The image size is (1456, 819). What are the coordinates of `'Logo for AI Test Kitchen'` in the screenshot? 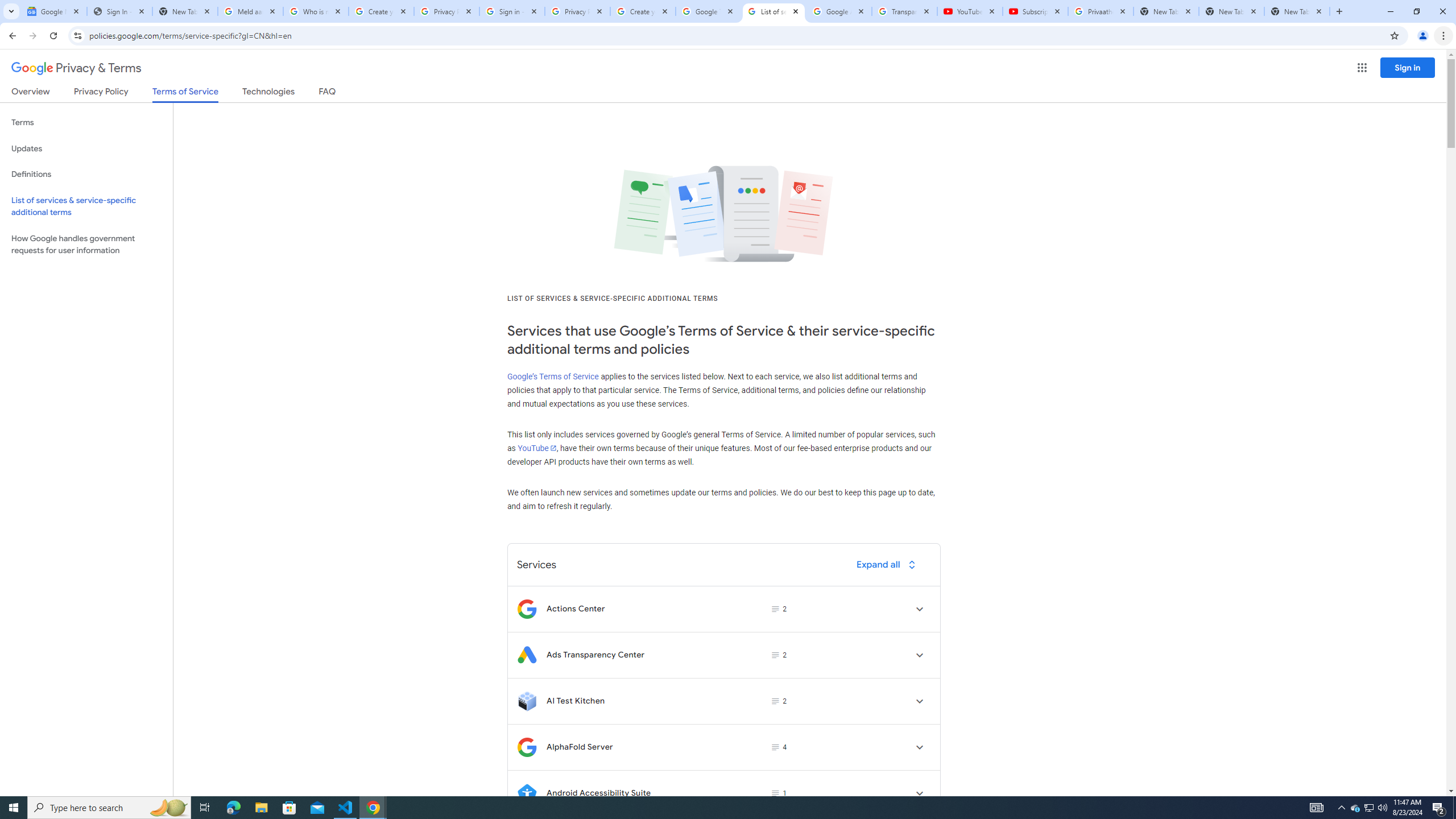 It's located at (526, 701).